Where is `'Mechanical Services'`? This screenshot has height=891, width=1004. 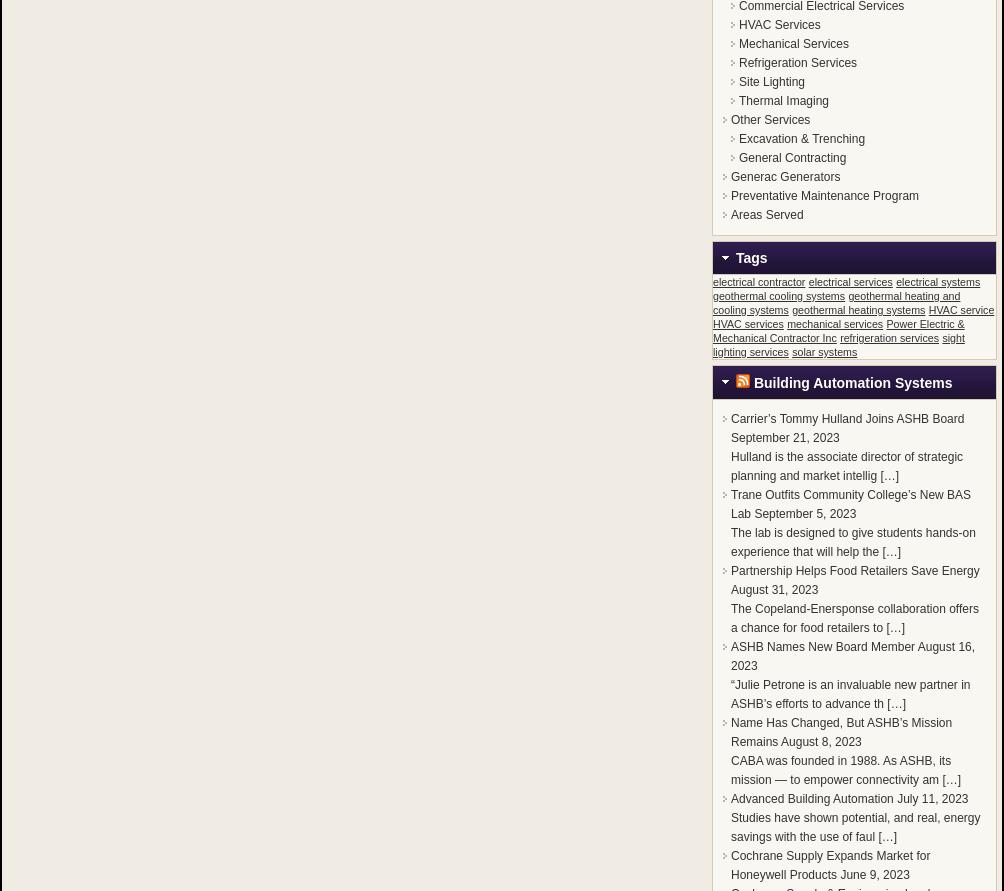
'Mechanical Services' is located at coordinates (793, 44).